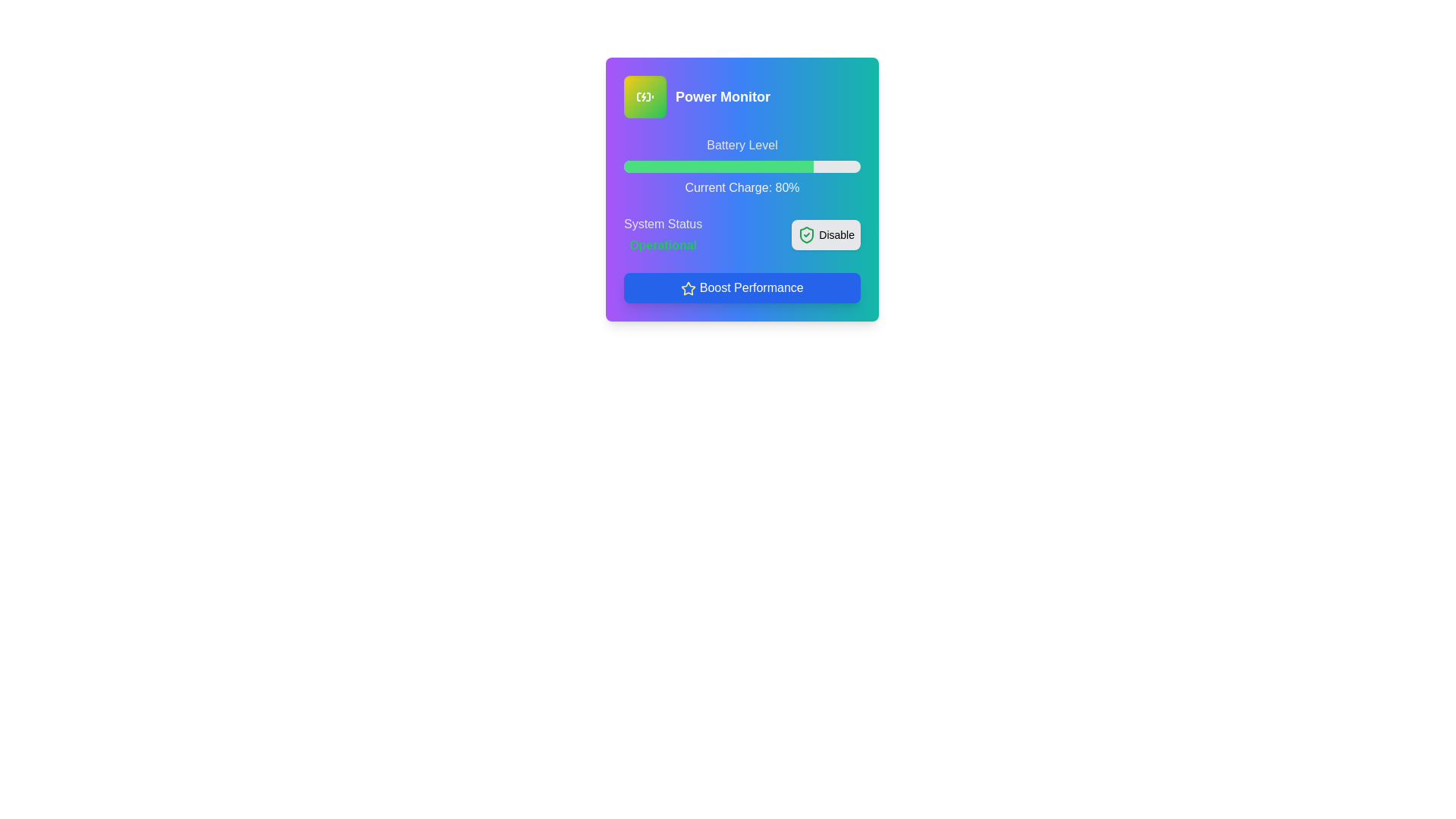 The image size is (1456, 819). What do you see at coordinates (648, 96) in the screenshot?
I see `the thin vertical segment of the battery icon located in the 'Power Monitor' interface at the top-left corner` at bounding box center [648, 96].